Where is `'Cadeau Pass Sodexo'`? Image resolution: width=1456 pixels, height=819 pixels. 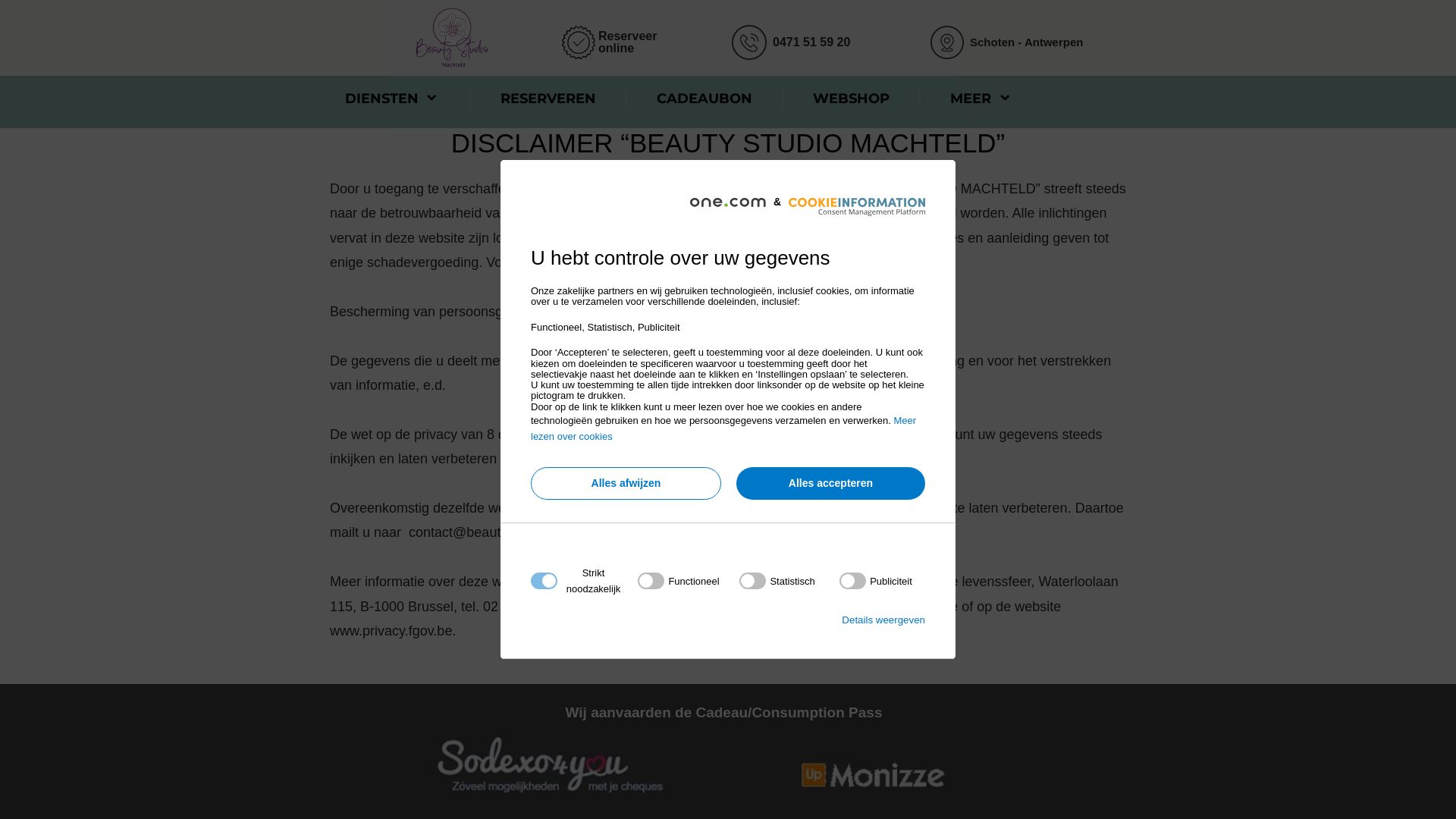
'Cadeau Pass Sodexo' is located at coordinates (549, 763).